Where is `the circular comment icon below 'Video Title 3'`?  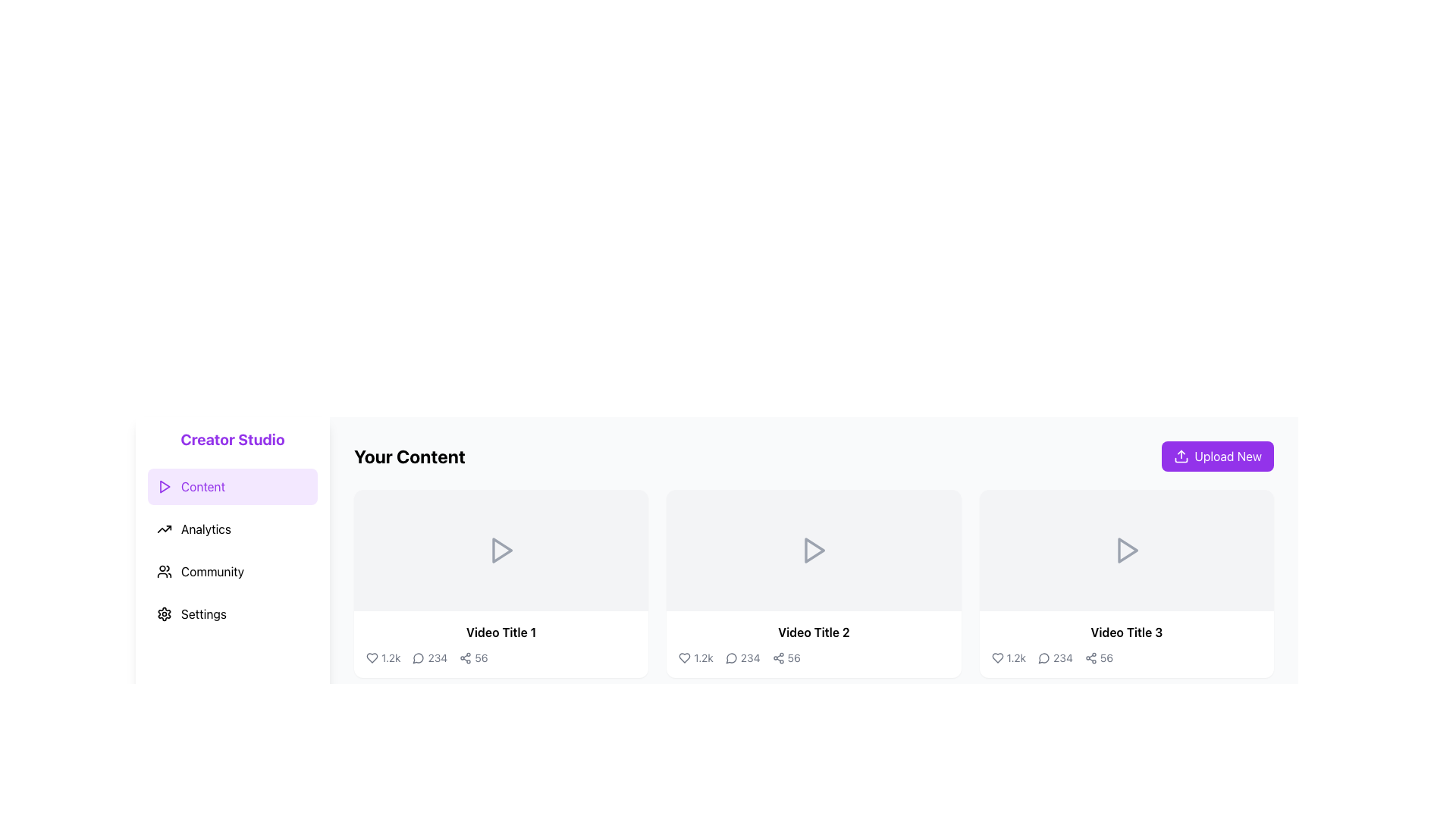
the circular comment icon below 'Video Title 3' is located at coordinates (1043, 657).